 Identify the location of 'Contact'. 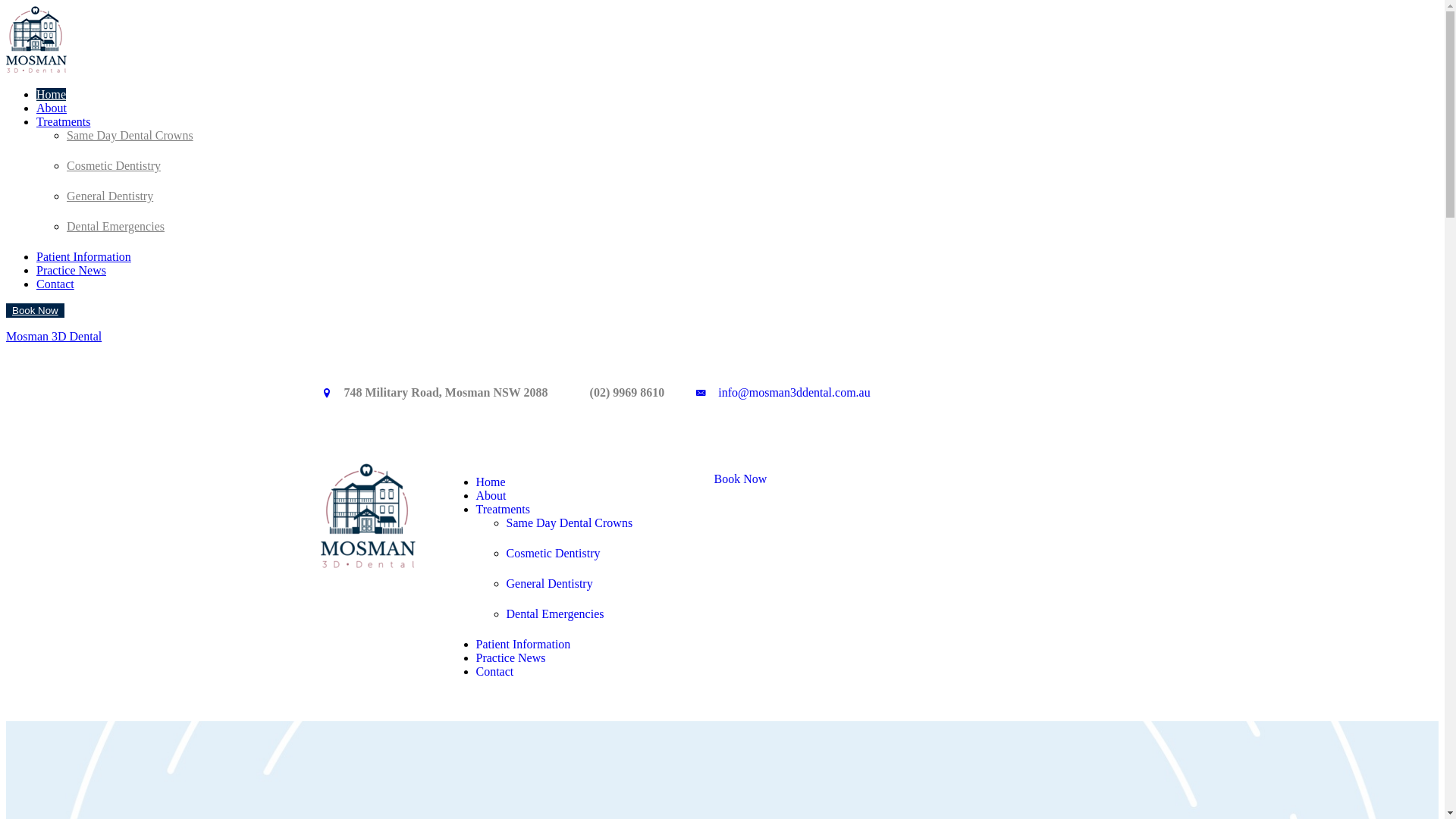
(494, 670).